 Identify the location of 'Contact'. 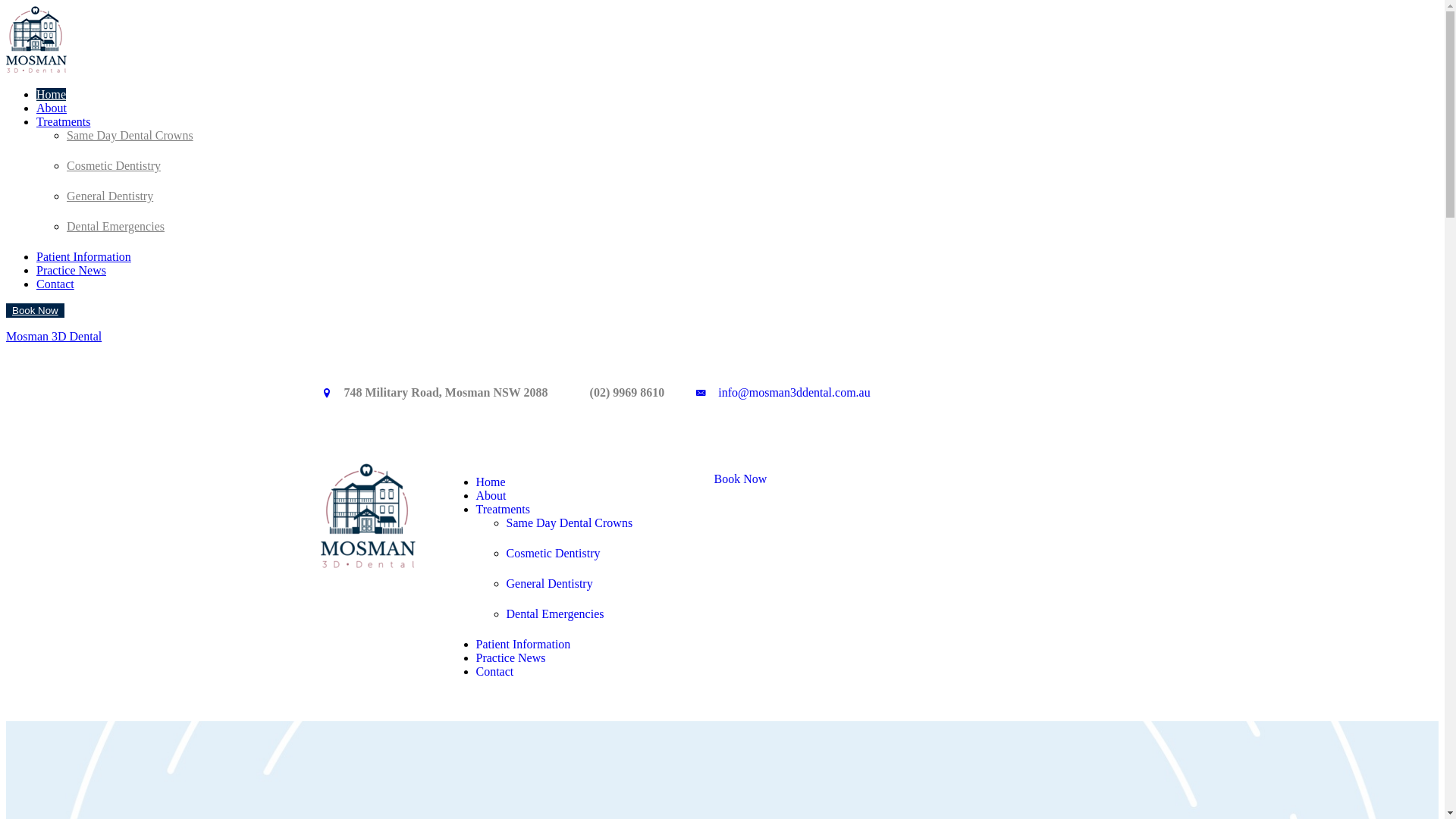
(494, 670).